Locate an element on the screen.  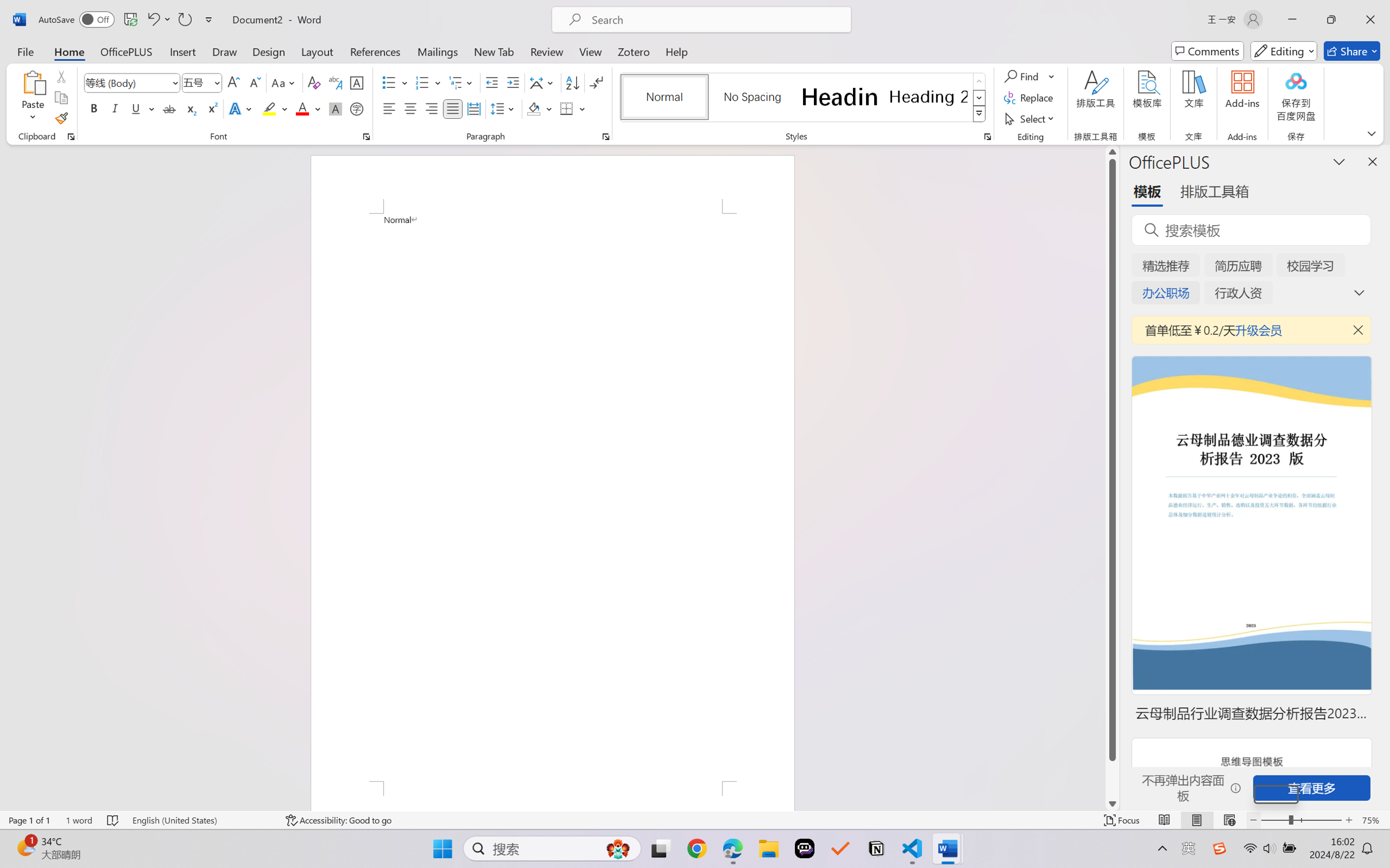
'Paragraph...' is located at coordinates (605, 136).